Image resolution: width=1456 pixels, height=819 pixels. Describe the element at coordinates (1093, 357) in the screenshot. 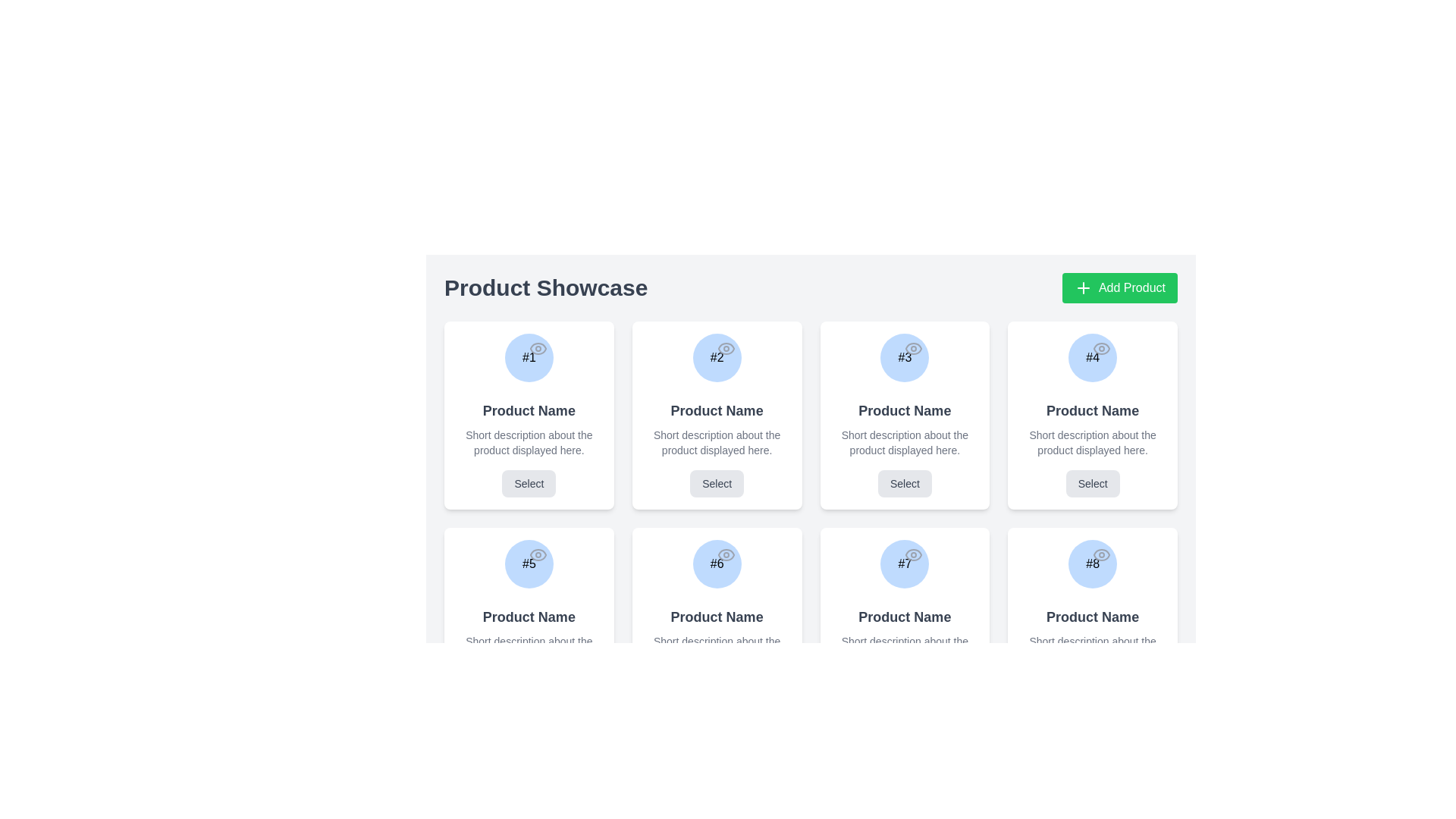

I see `the composite element displaying a numeric identifier with an adjacent eye icon, located at the top-left corner of the product details card` at that location.